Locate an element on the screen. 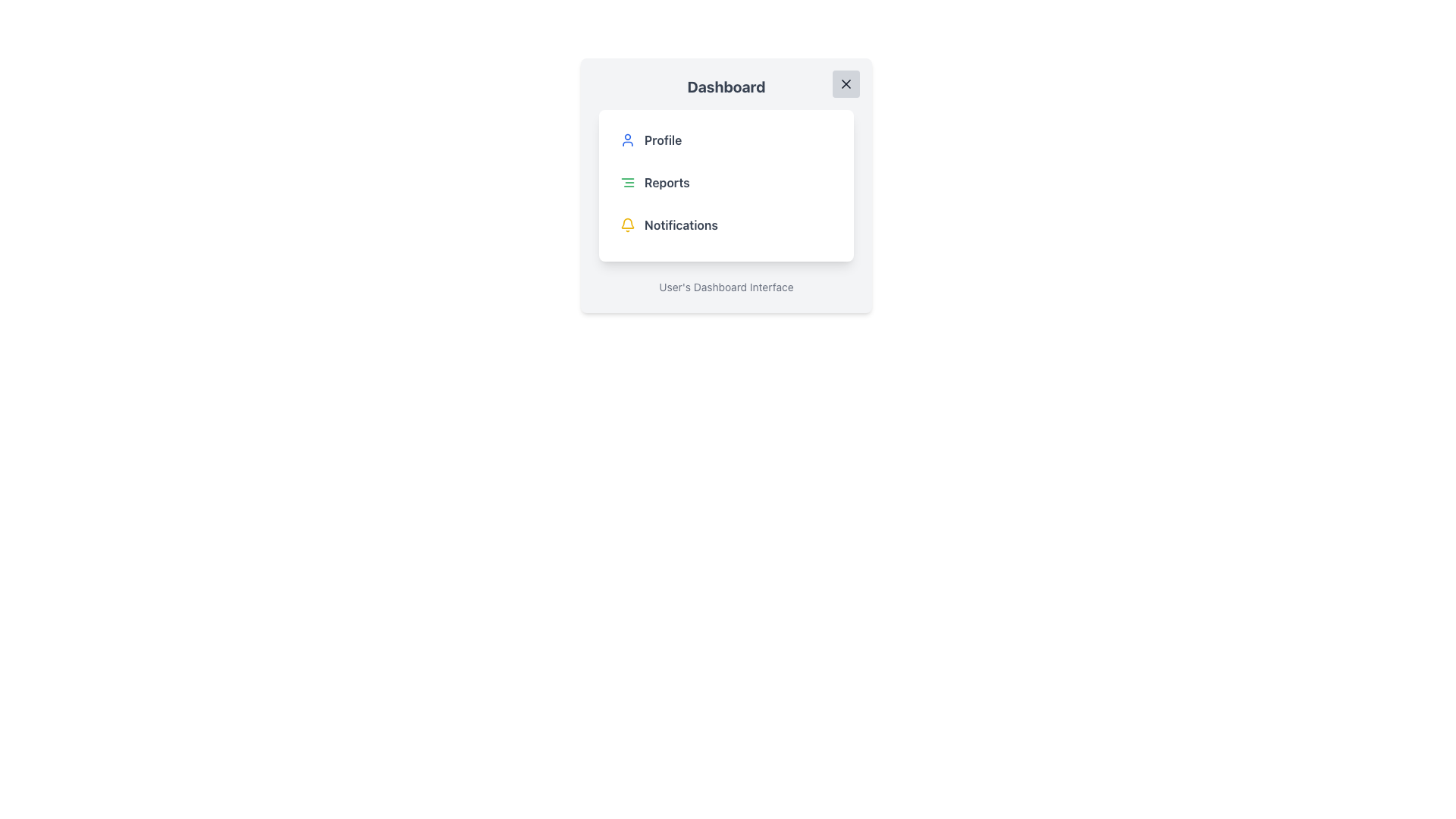  the text label element that provides descriptive information about the dashboard interface, located at the bottom-center of the dashboard pop-up panel is located at coordinates (726, 287).